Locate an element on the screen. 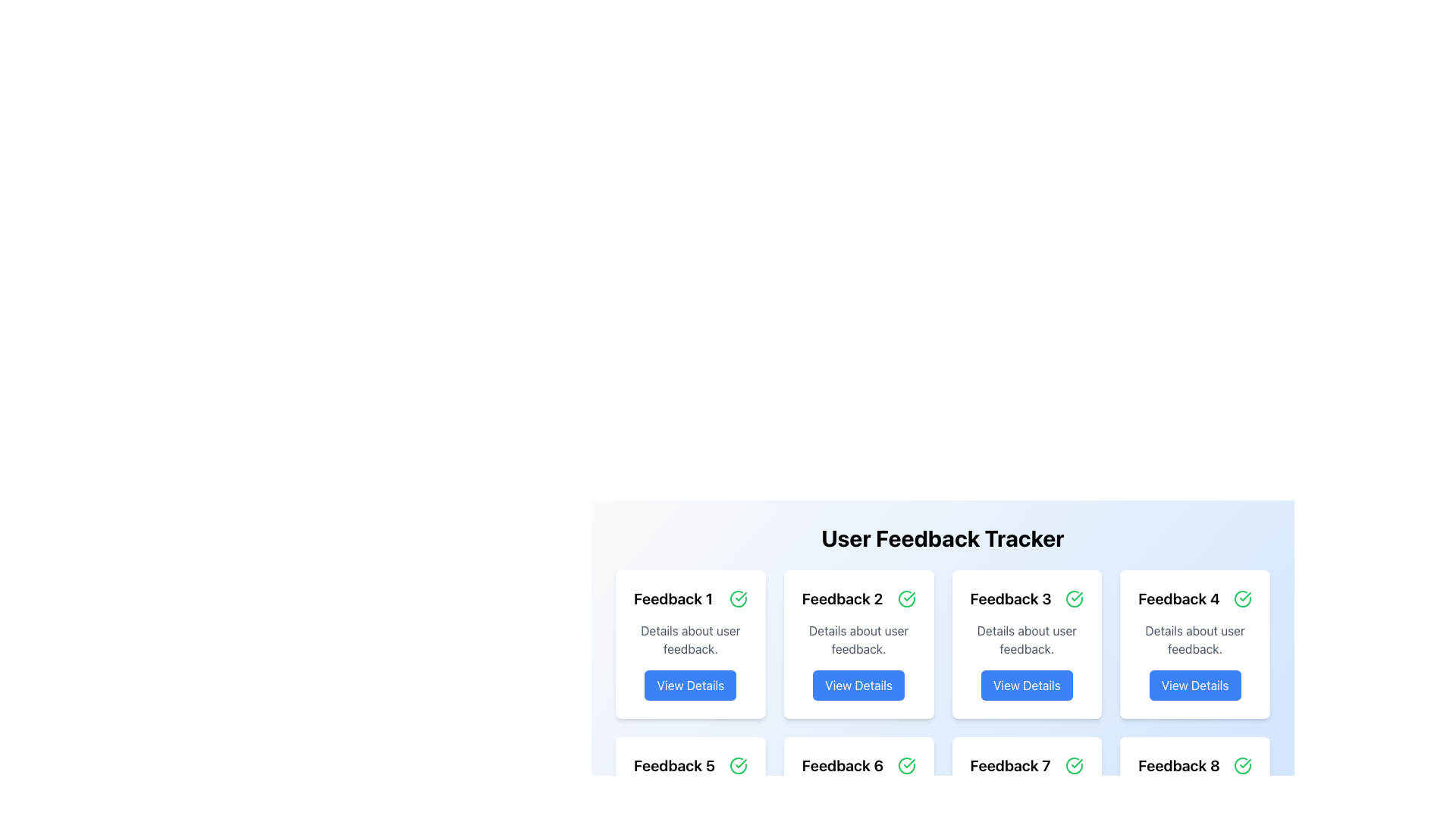 Image resolution: width=1456 pixels, height=819 pixels. the Status Indicator Icon indicating that the feedback associated with 'Feedback 8' has been reviewed or marked as complete, located to the right of 'Feedback 8' in the last card of the second row is located at coordinates (1242, 766).